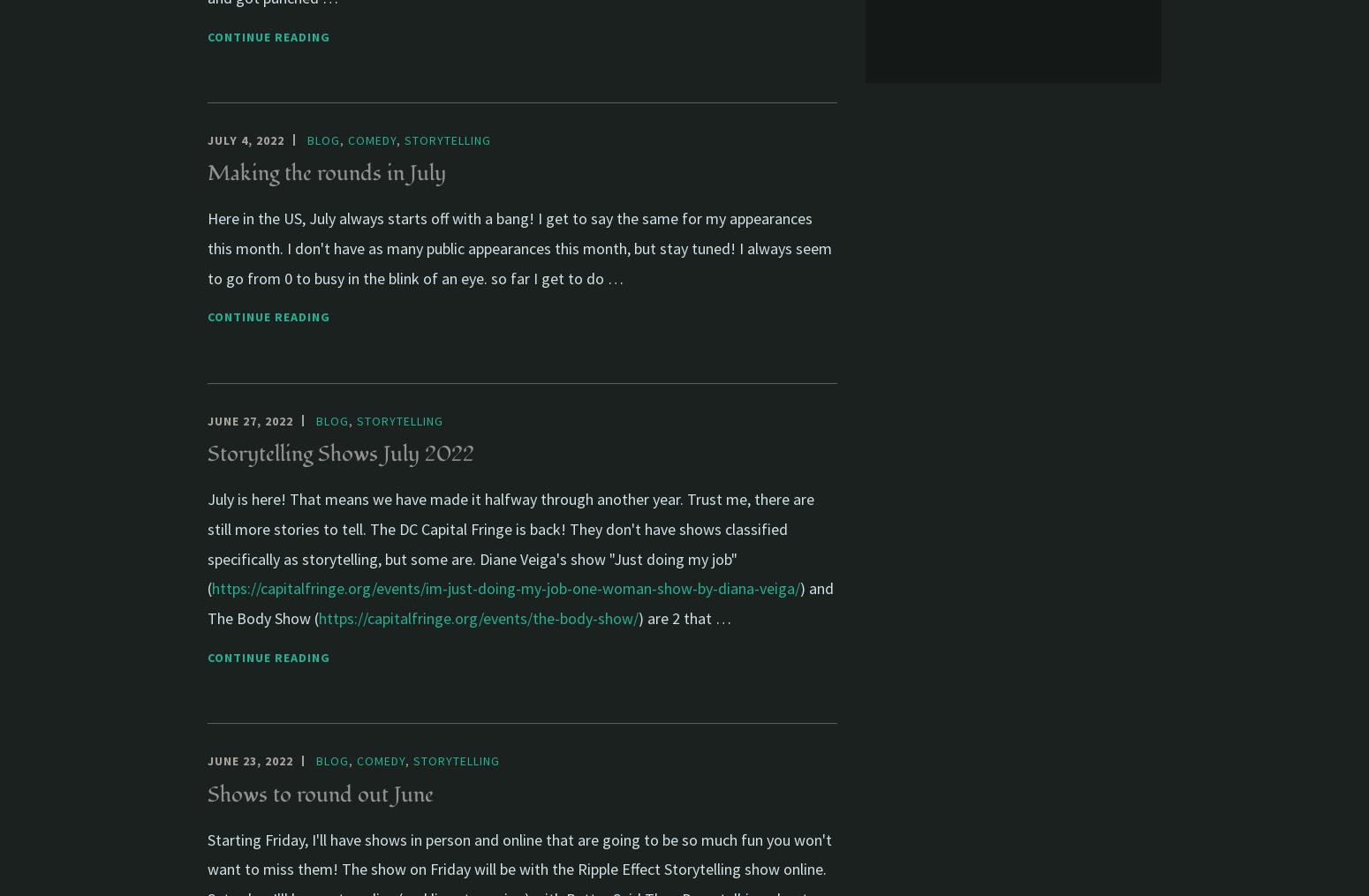 Image resolution: width=1369 pixels, height=896 pixels. What do you see at coordinates (511, 543) in the screenshot?
I see `'July is here! That means we have made it halfway through another year. Trust me, there are still more stories to tell. The DC Capital Fringe is back! They don't have shows classified specifically as storytelling, but some are. Diane Veiga's show "Just doing my job" ('` at bounding box center [511, 543].